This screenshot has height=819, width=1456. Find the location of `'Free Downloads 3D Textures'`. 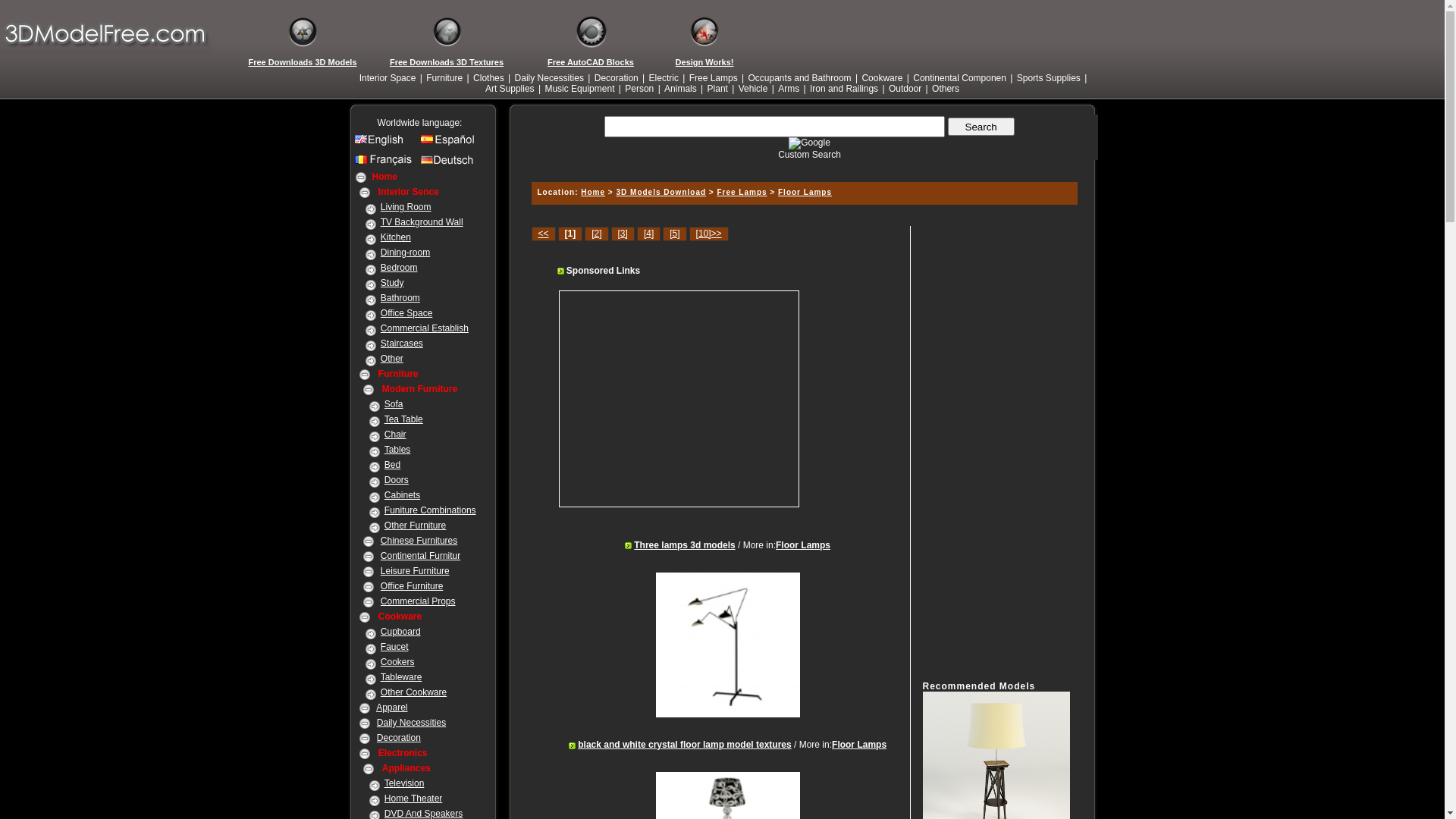

'Free Downloads 3D Textures' is located at coordinates (446, 61).